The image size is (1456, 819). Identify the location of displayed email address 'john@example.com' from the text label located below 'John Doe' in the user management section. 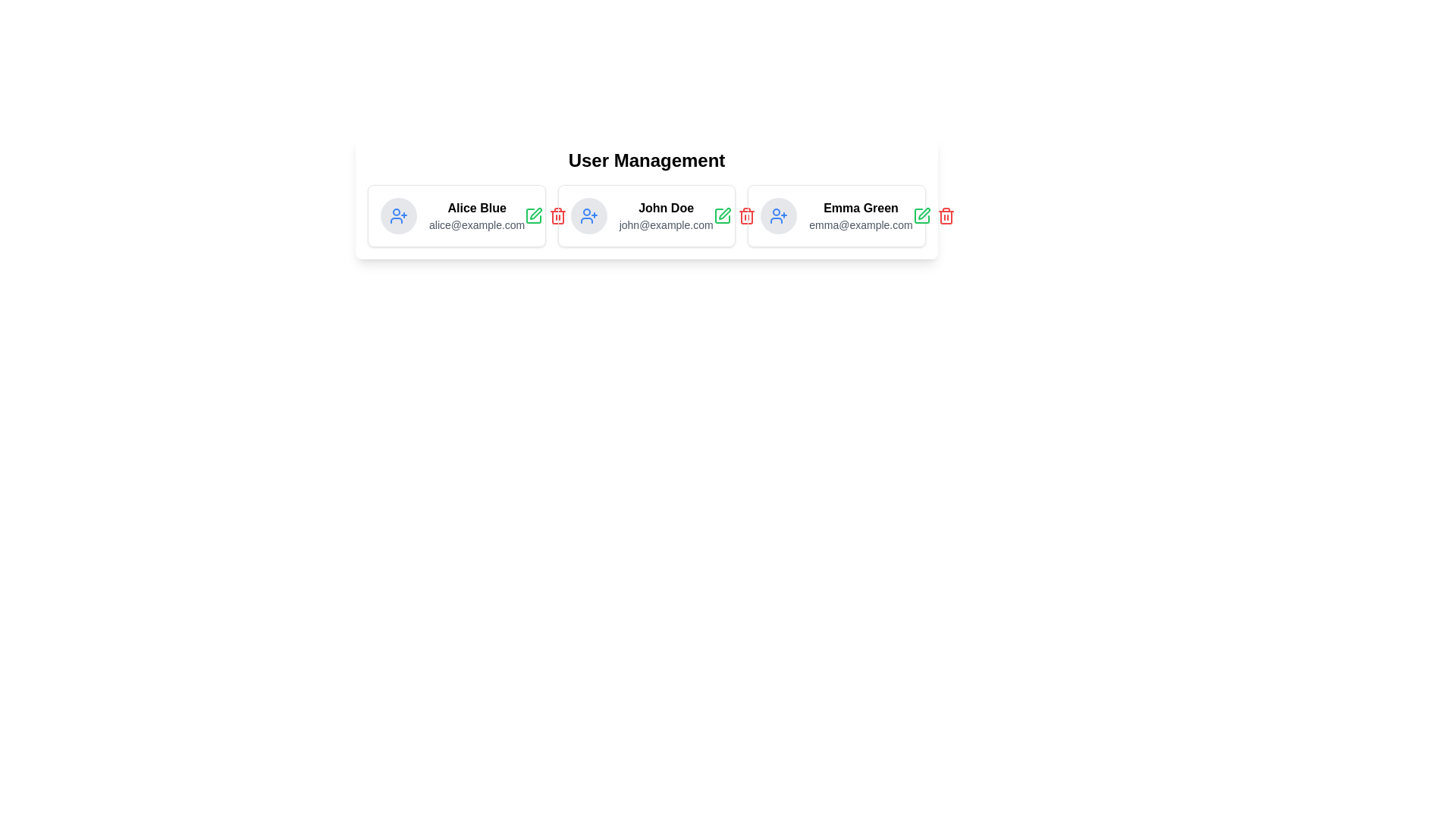
(666, 225).